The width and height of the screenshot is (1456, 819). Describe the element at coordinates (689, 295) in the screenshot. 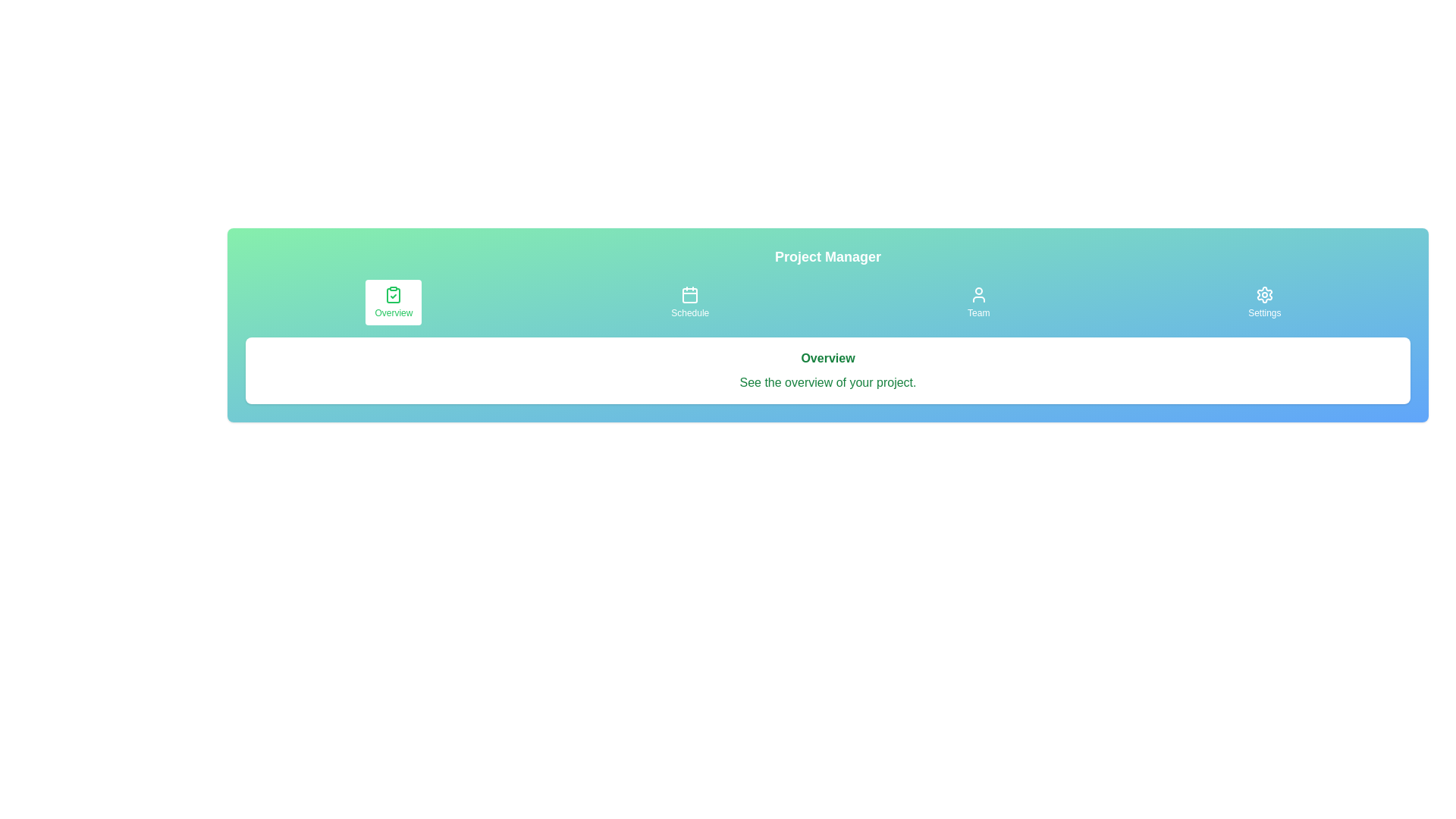

I see `the SVG rectangle component that represents the main body of the calendar icon in the toolbar's second slot labeled 'Schedule'` at that location.